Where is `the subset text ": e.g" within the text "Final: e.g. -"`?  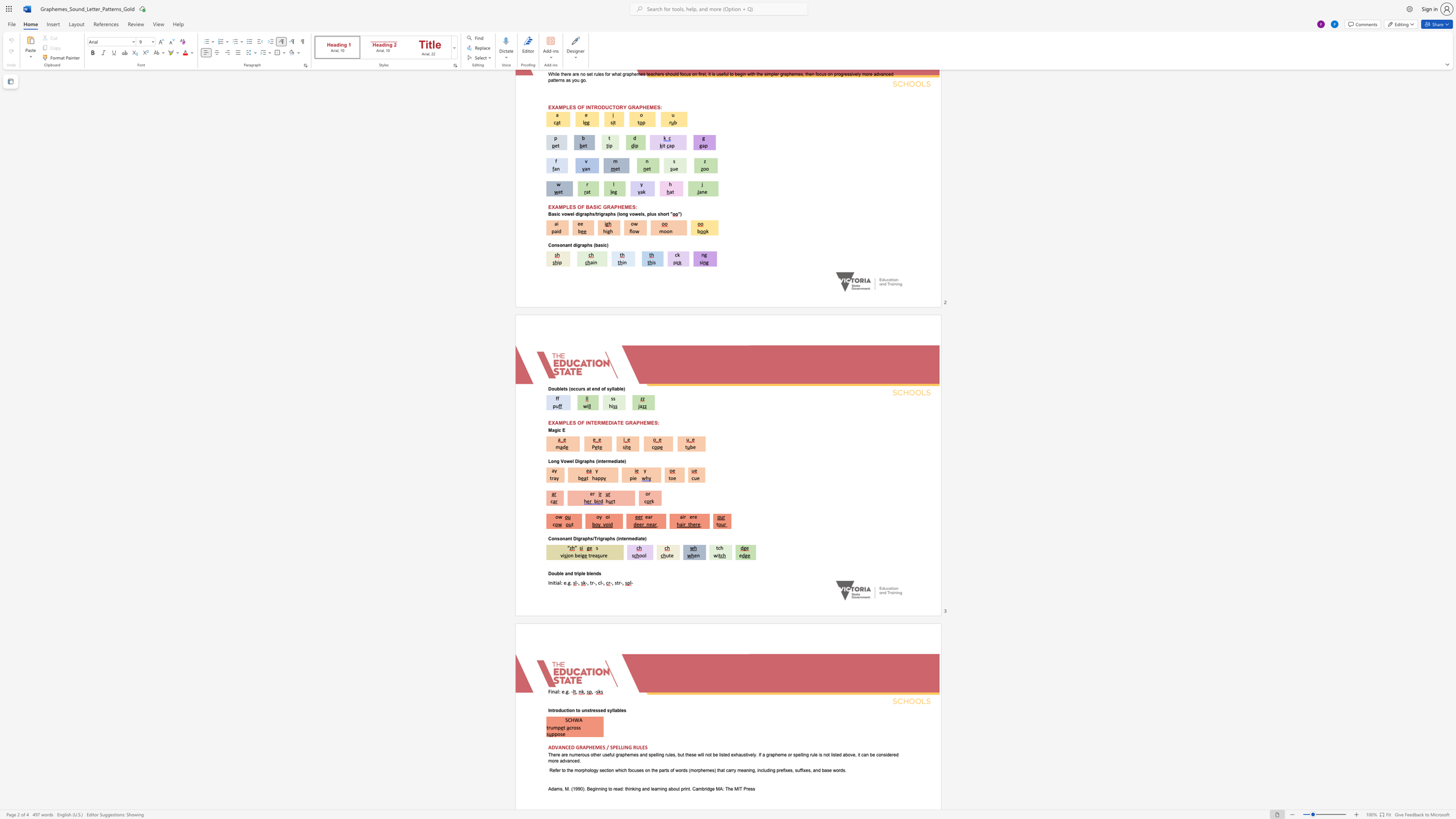
the subset text ": e.g" within the text "Final: e.g. -" is located at coordinates (558, 691).